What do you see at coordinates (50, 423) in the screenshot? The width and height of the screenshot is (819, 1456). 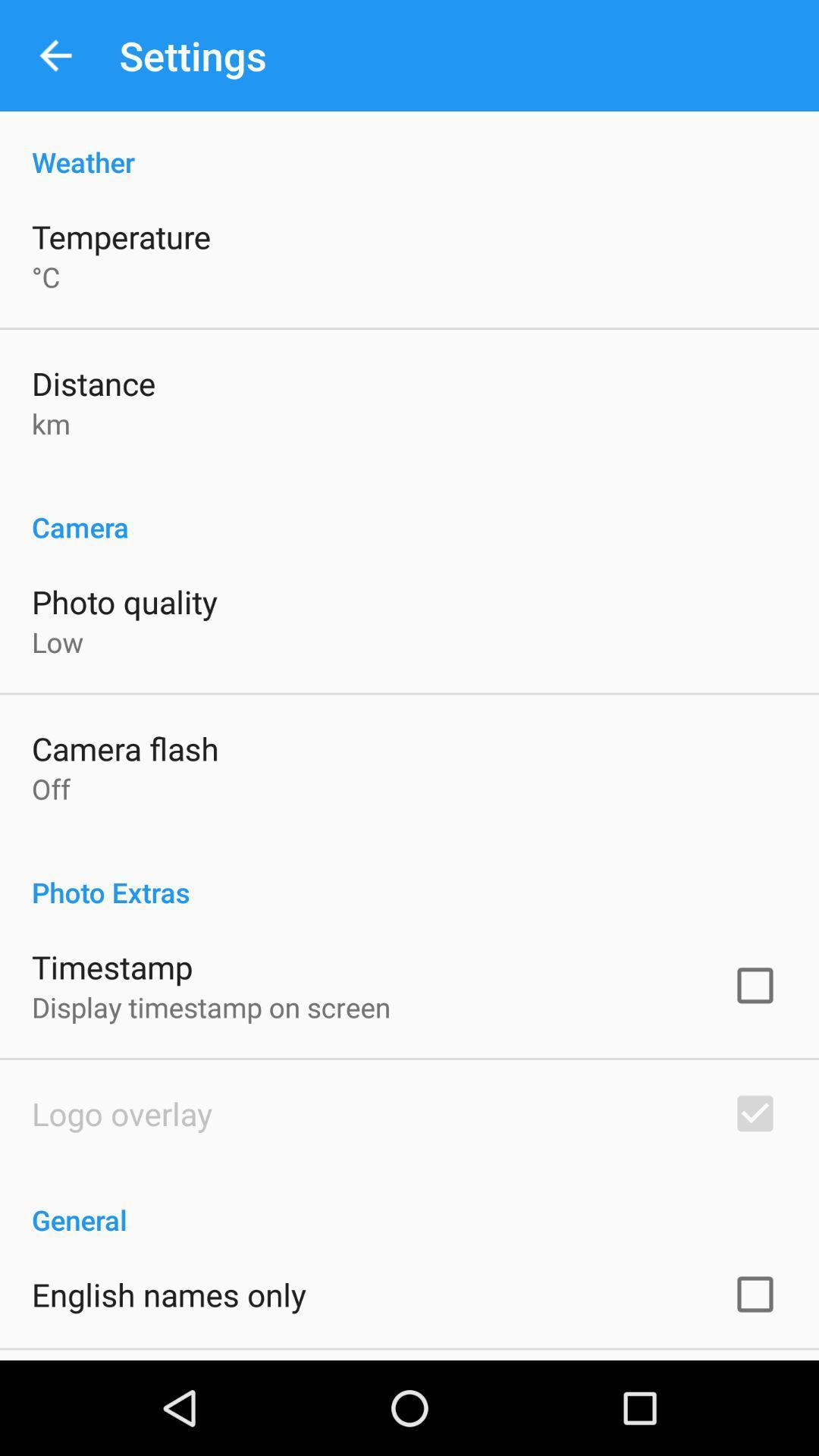 I see `the km app` at bounding box center [50, 423].